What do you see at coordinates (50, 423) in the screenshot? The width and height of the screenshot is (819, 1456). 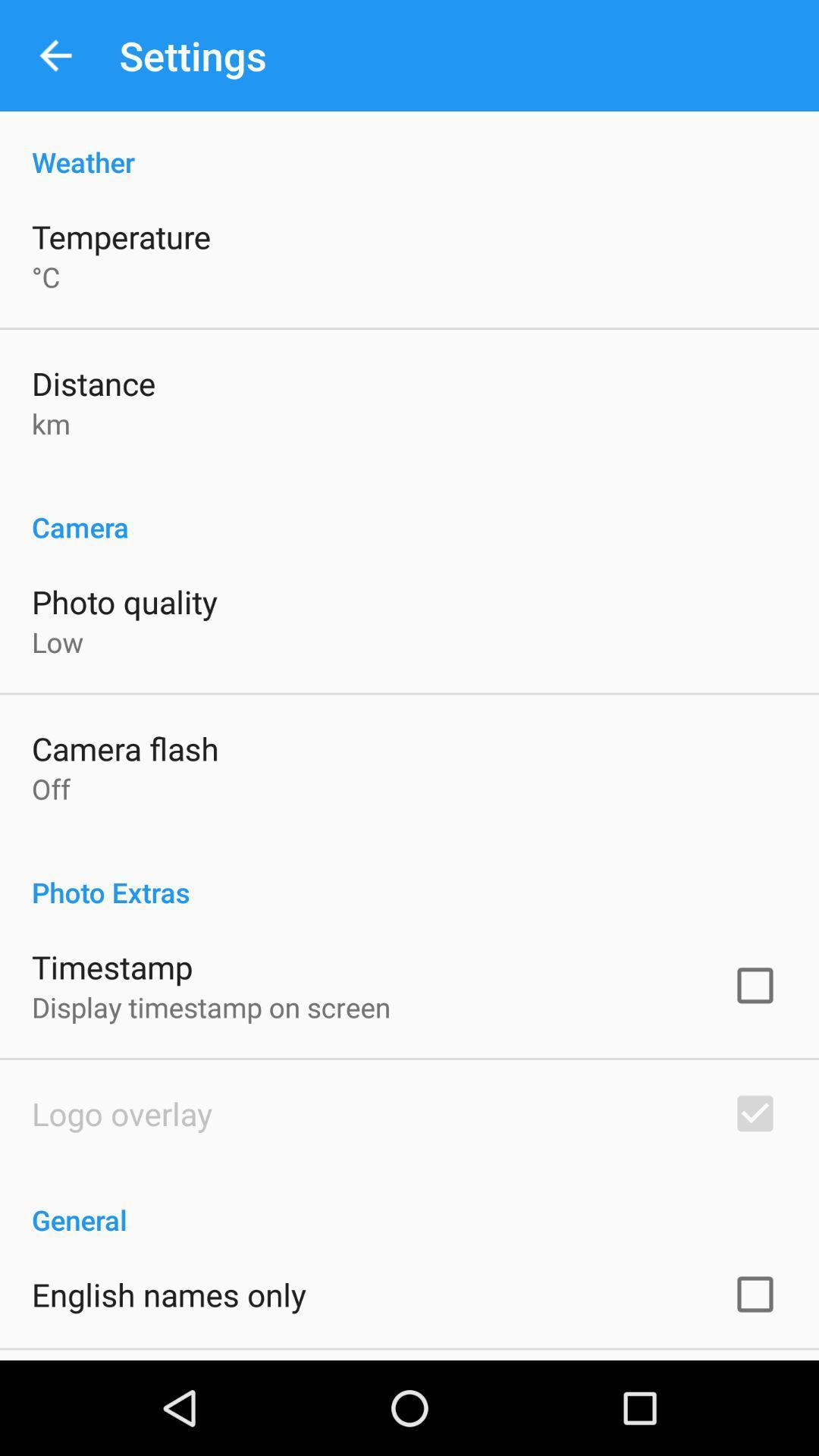 I see `the km app` at bounding box center [50, 423].